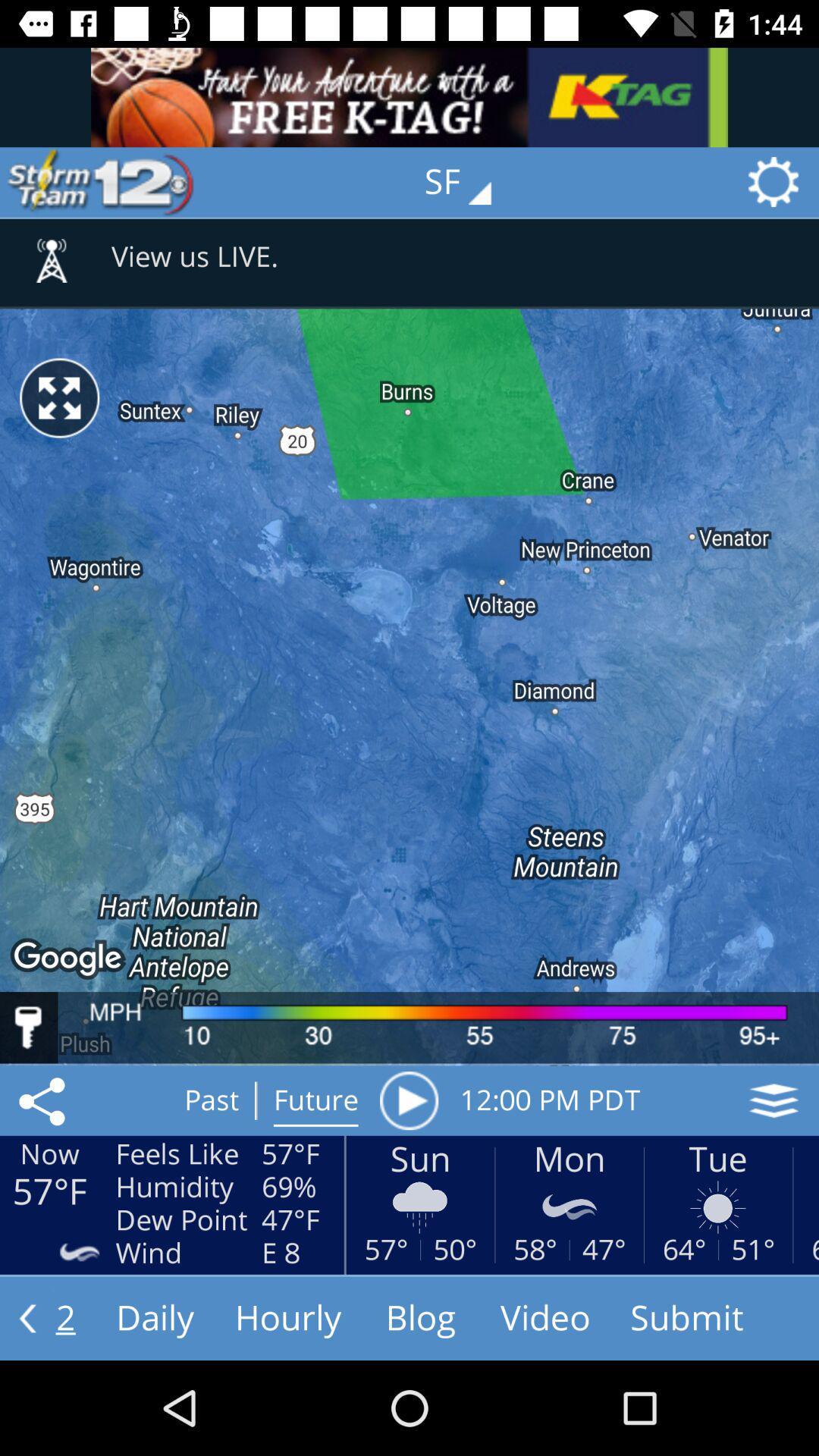  I want to click on item to the right of the future icon, so click(408, 1100).